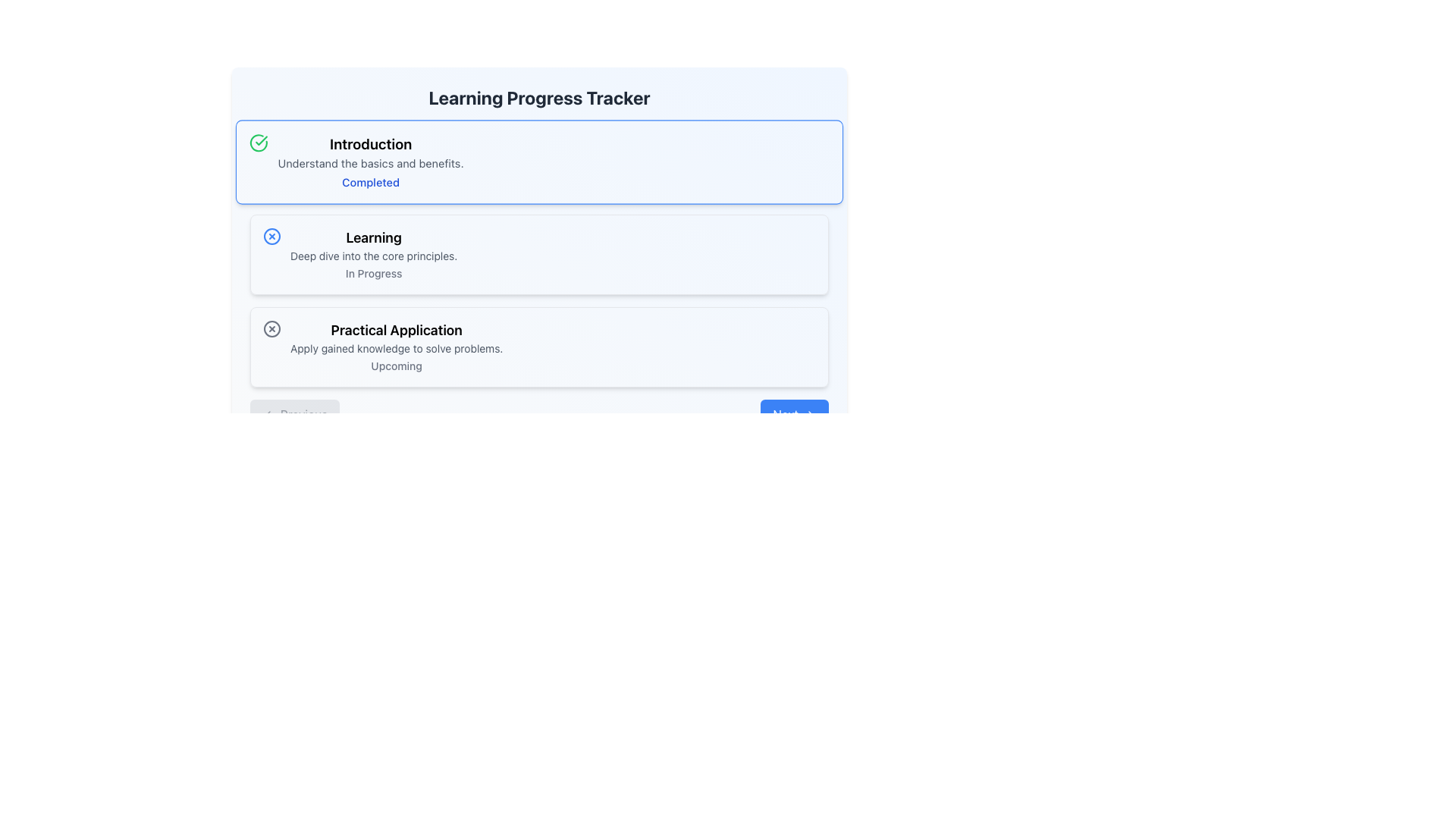 This screenshot has height=819, width=1456. Describe the element at coordinates (539, 231) in the screenshot. I see `the progress indicator panel displaying the topic and current status, located below the 'Introduction' block and above the 'Practical Application' block` at that location.